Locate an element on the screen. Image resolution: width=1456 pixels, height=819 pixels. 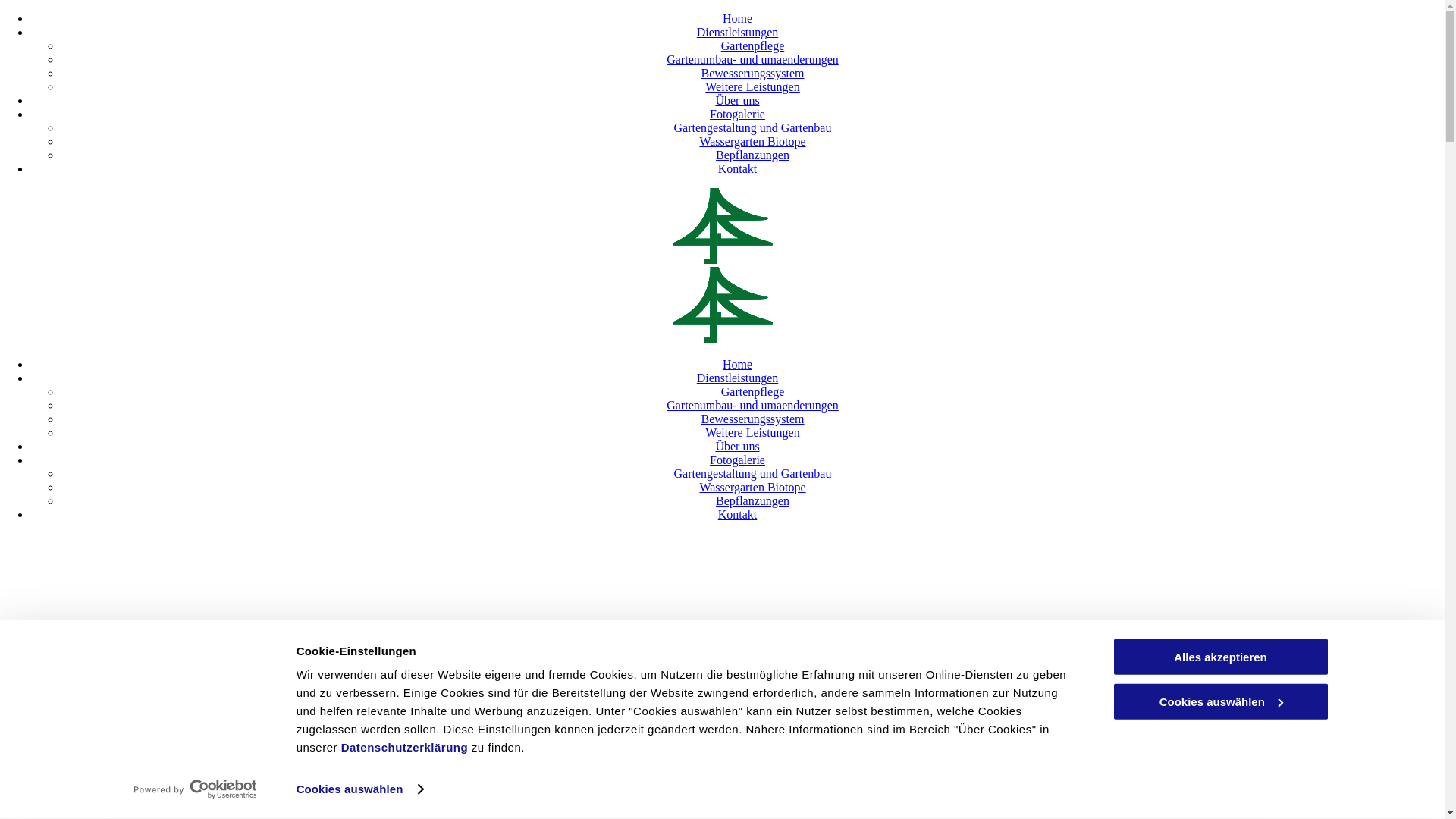
'Kontakt' is located at coordinates (738, 168).